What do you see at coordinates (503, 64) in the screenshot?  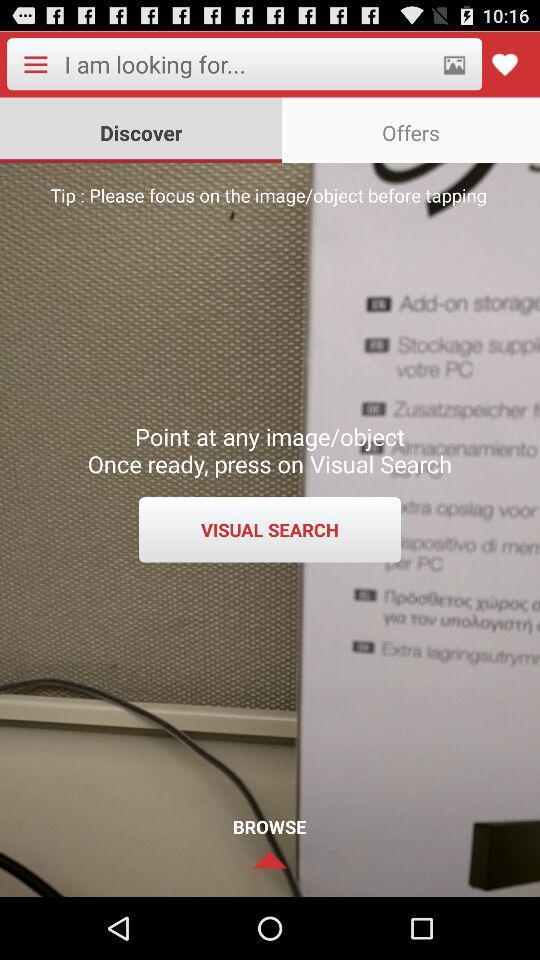 I see `like` at bounding box center [503, 64].